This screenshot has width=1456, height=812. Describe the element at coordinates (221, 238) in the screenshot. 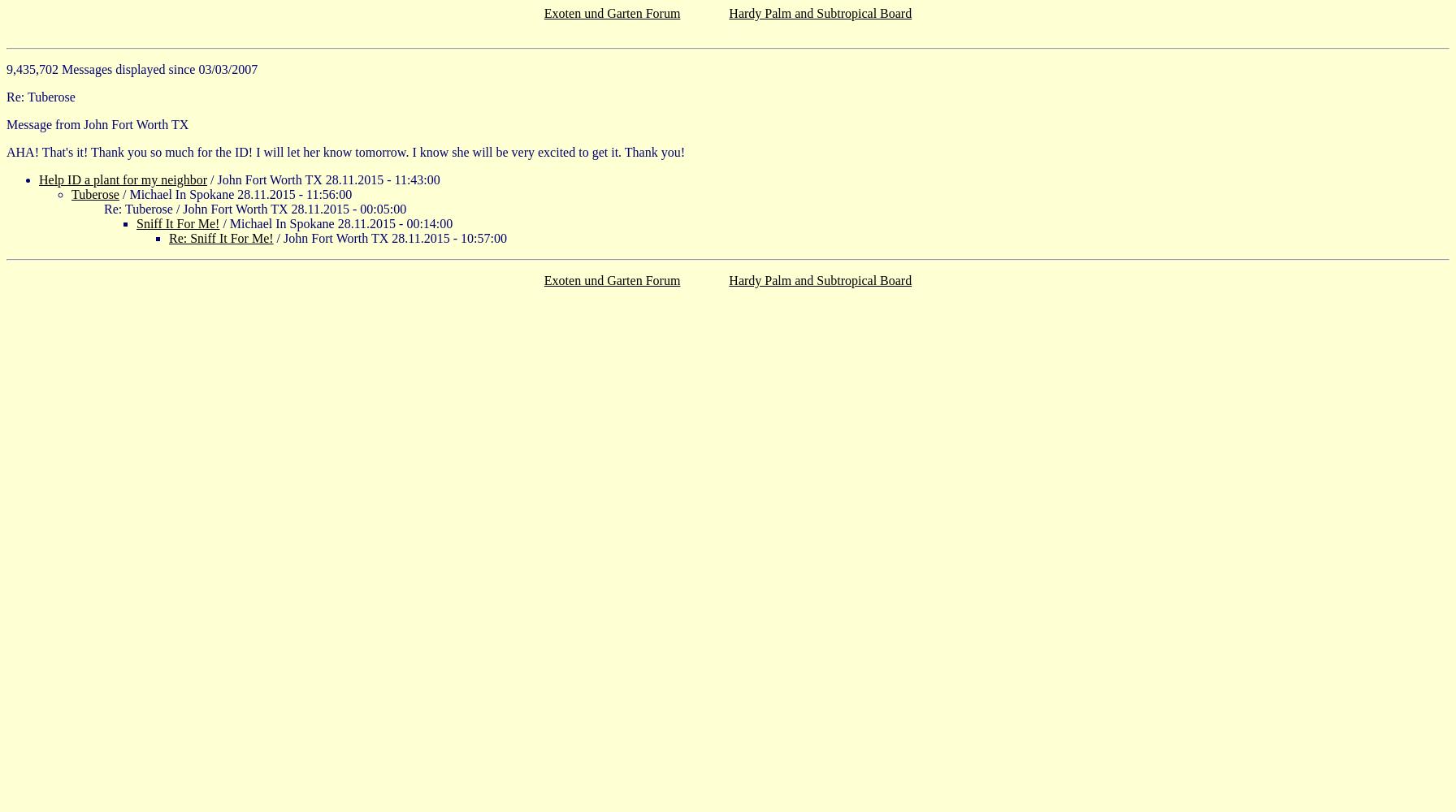

I see `'Re: Sniff It For Me!'` at that location.